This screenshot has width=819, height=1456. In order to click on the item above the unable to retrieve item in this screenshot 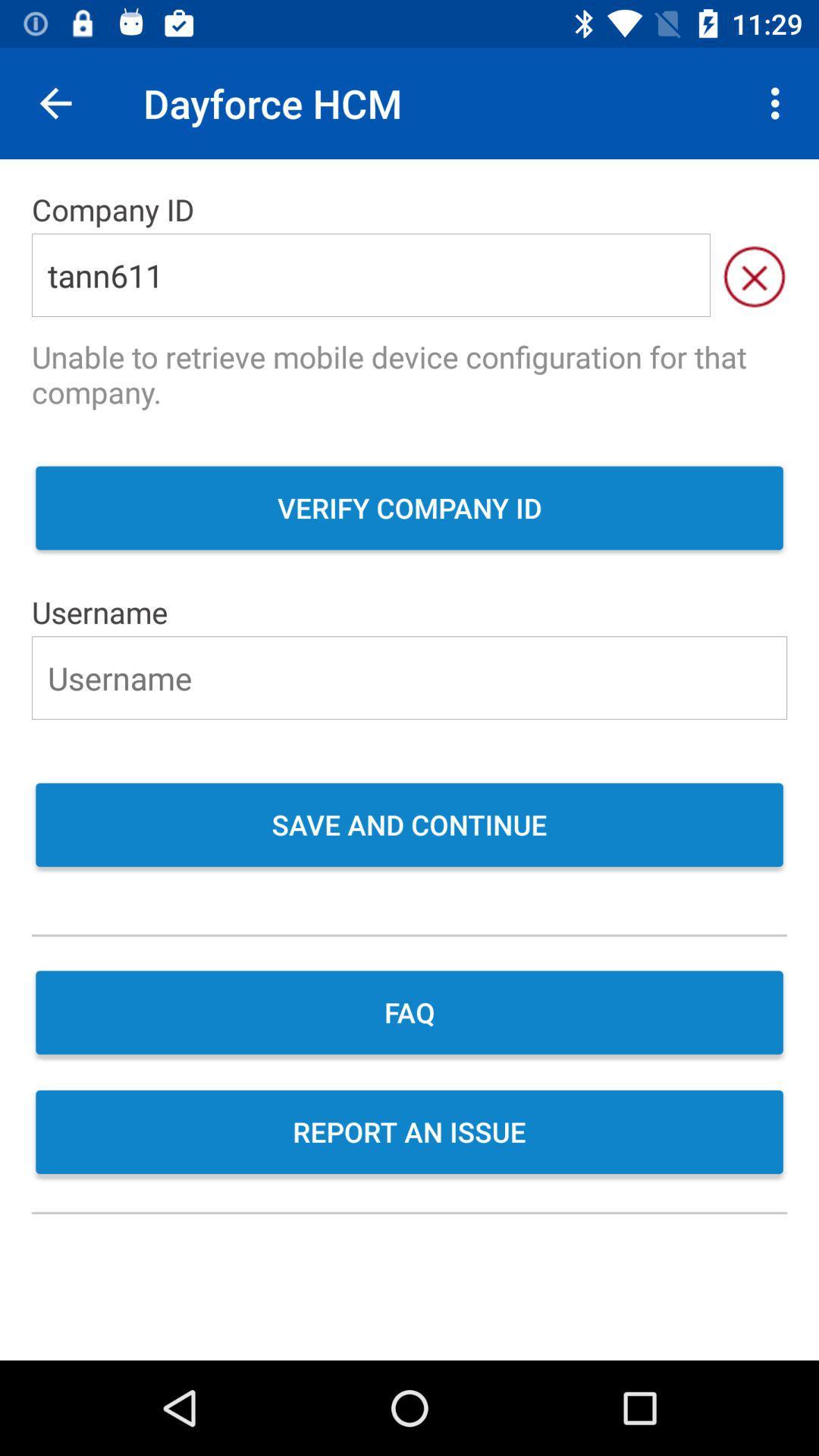, I will do `click(371, 275)`.